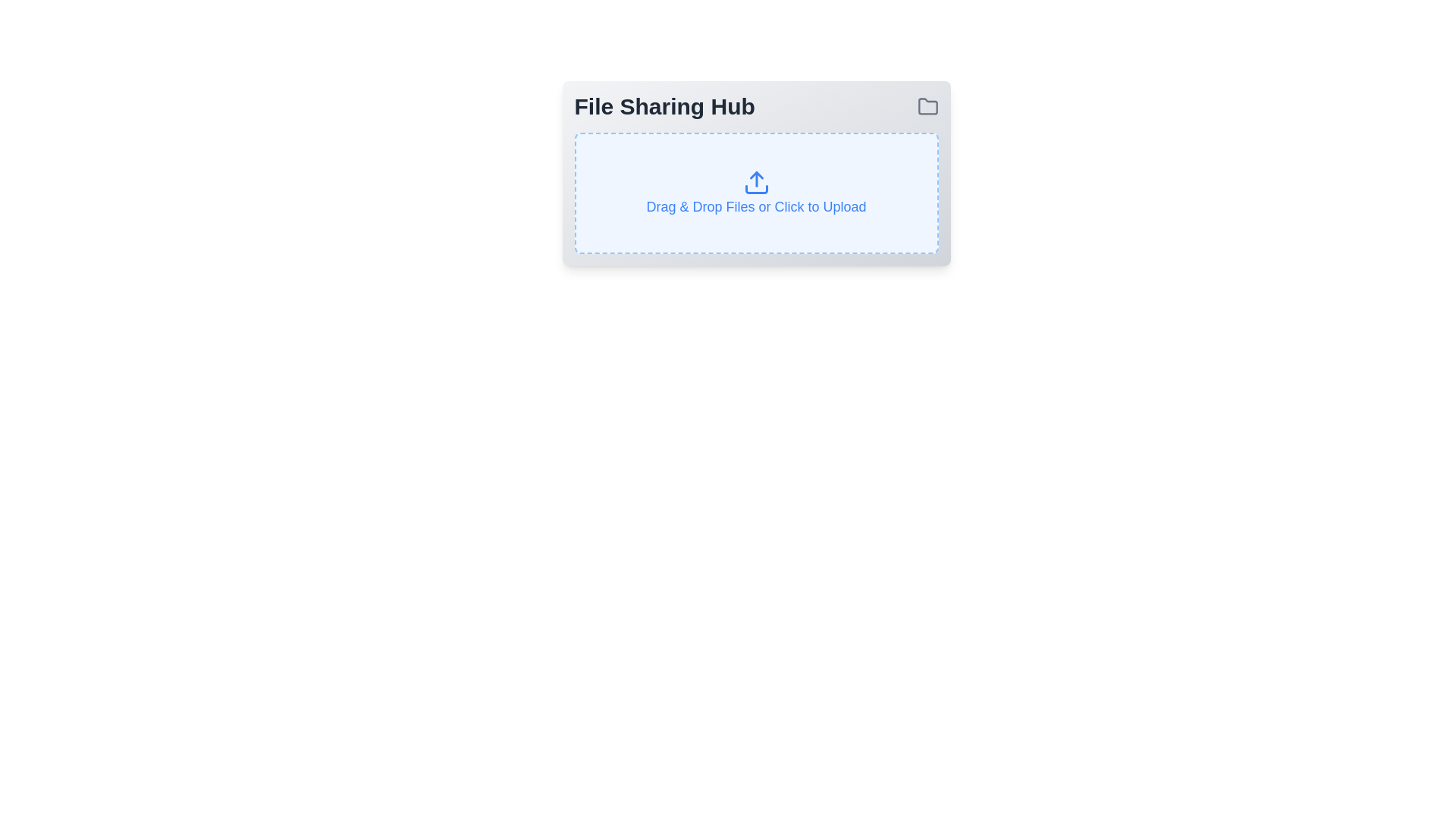 The width and height of the screenshot is (1456, 819). Describe the element at coordinates (927, 106) in the screenshot. I see `the folder icon located at the top-right corner of the header section labeled 'File Sharing Hub'` at that location.